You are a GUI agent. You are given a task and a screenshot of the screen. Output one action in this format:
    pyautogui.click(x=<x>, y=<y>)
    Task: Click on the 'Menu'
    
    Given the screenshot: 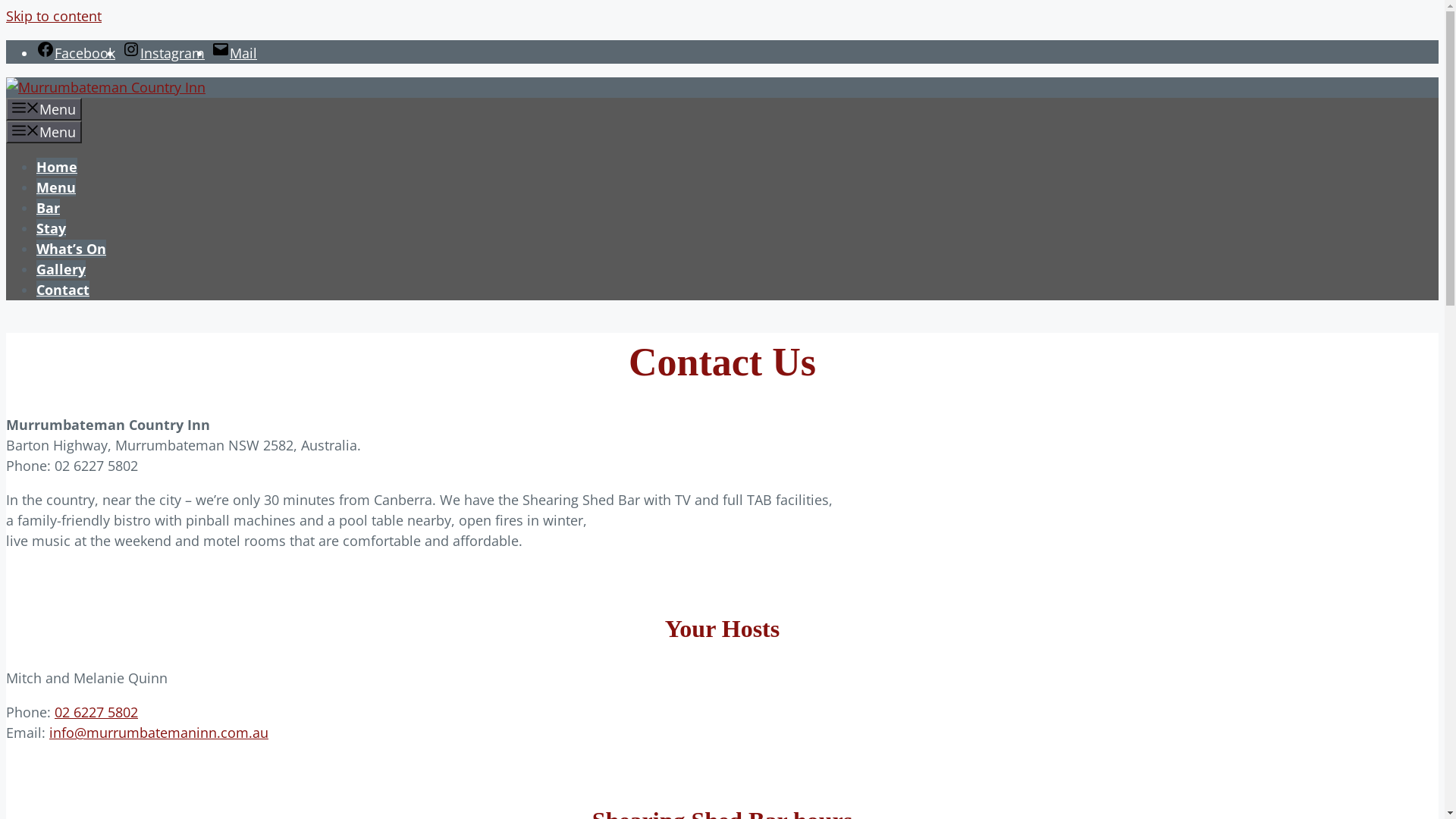 What is the action you would take?
    pyautogui.click(x=43, y=108)
    